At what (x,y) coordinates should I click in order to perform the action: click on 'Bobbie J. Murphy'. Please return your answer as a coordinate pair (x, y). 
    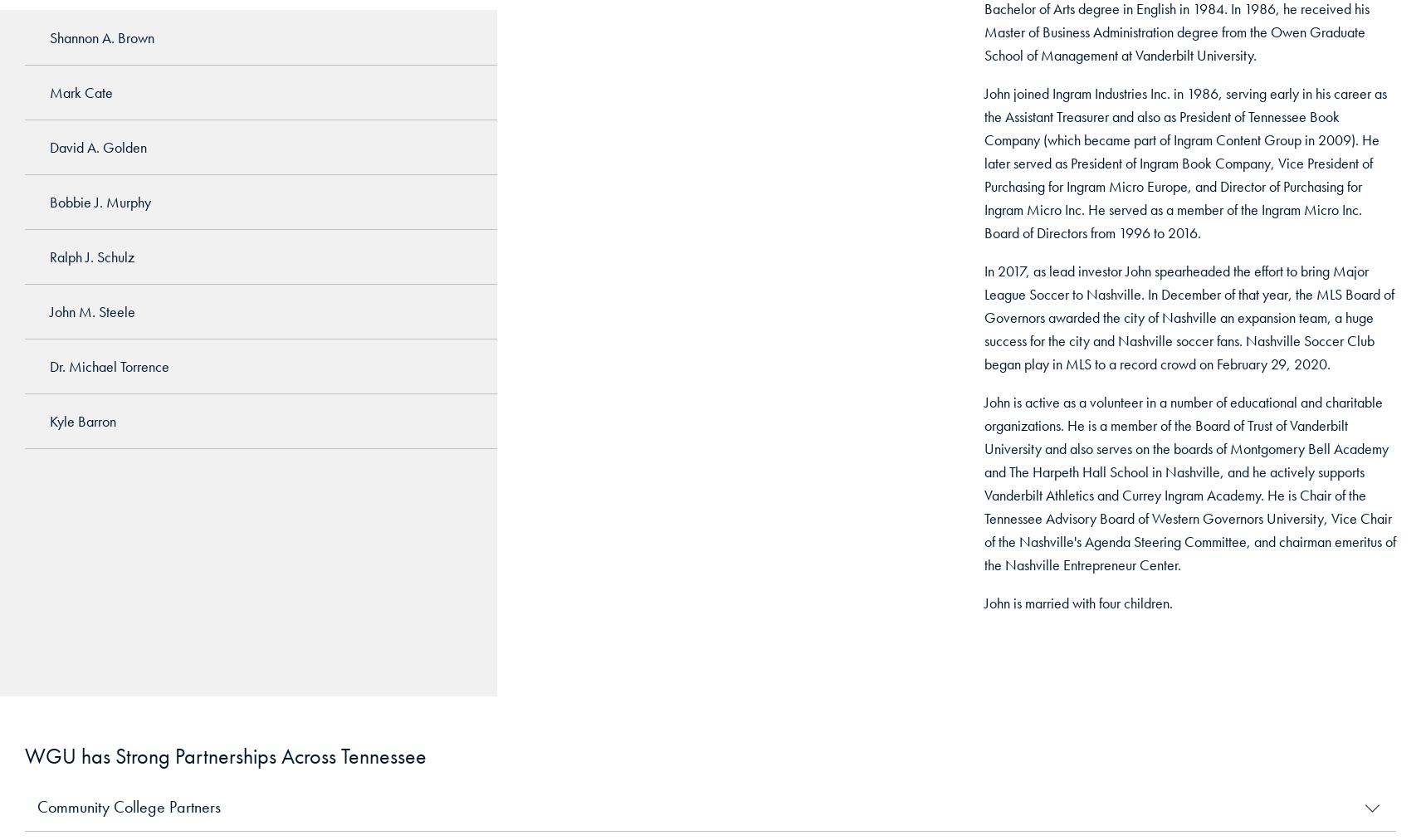
    Looking at the image, I should click on (99, 202).